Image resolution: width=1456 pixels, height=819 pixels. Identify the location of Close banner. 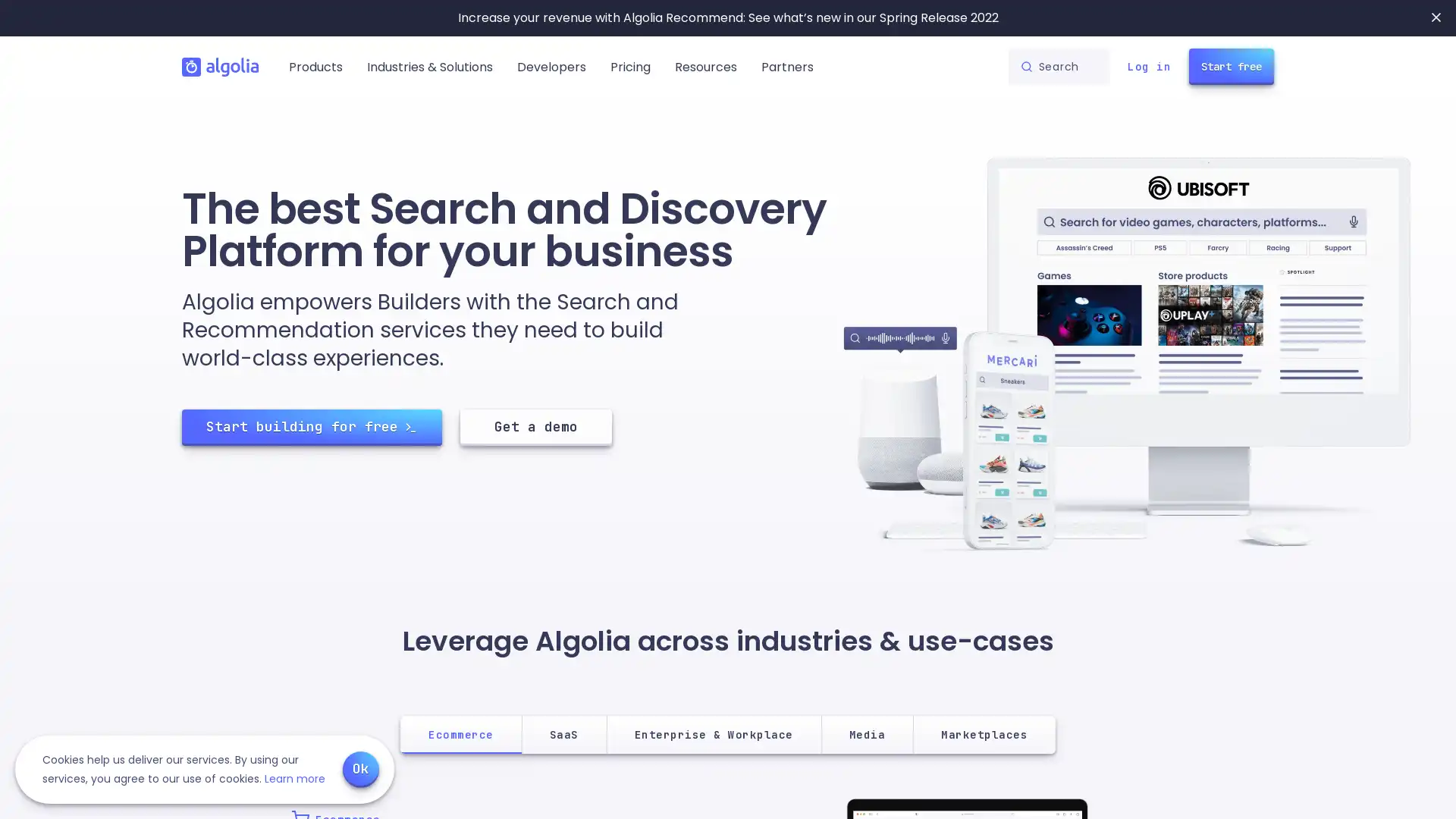
(1436, 17).